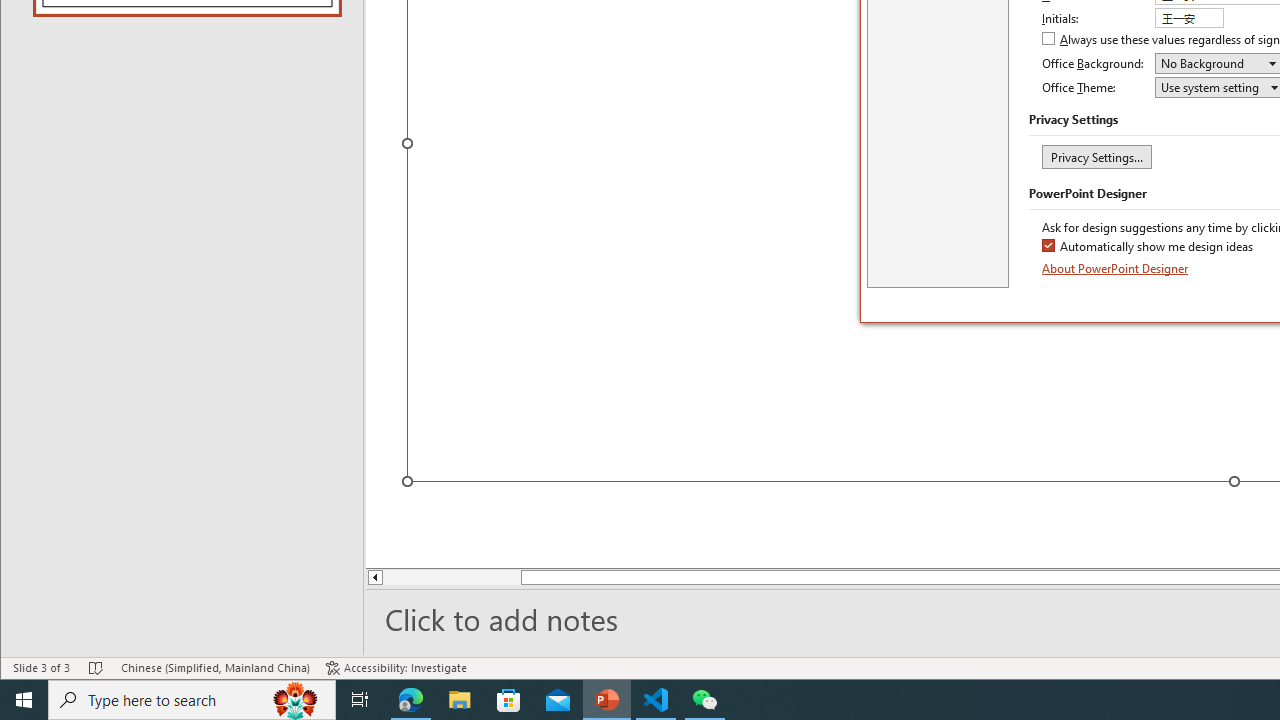  Describe the element at coordinates (1095, 155) in the screenshot. I see `'Privacy Settings...'` at that location.